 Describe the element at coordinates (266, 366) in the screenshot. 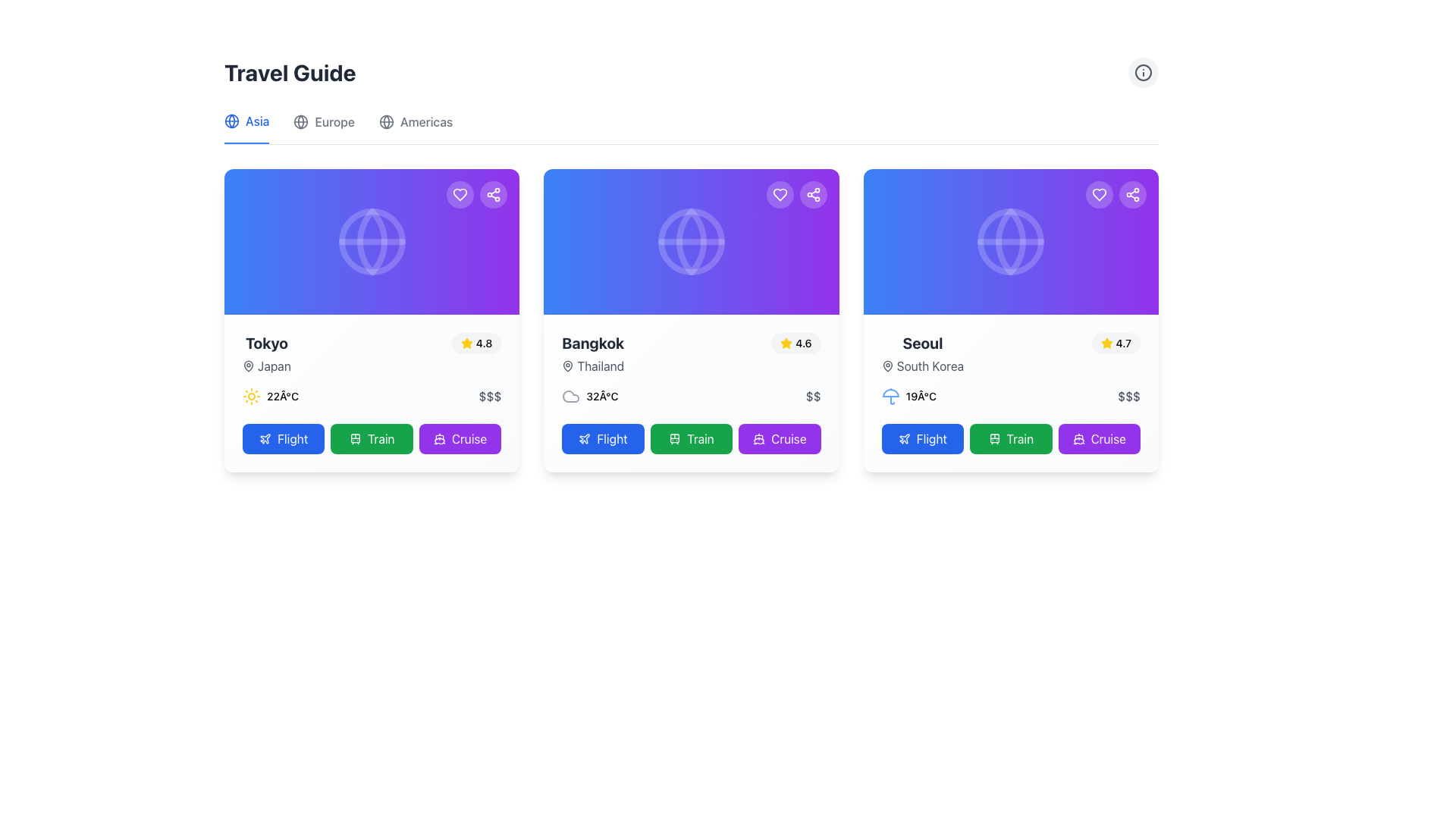

I see `the text label displaying 'Japan' located below the 'Tokyo' section in the travel guide interface` at that location.